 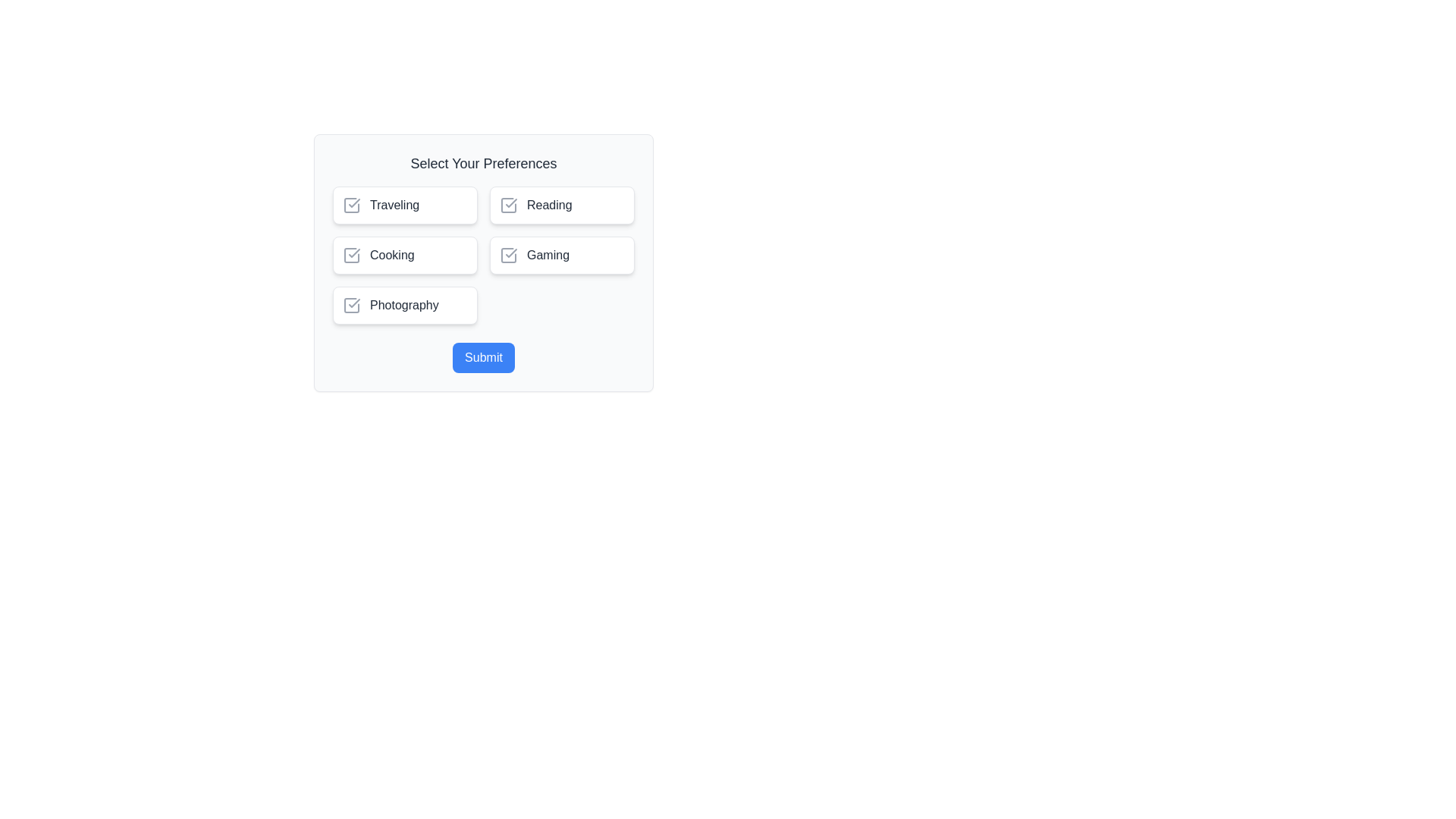 I want to click on the 'Traveling' checkbox icon, so click(x=351, y=205).